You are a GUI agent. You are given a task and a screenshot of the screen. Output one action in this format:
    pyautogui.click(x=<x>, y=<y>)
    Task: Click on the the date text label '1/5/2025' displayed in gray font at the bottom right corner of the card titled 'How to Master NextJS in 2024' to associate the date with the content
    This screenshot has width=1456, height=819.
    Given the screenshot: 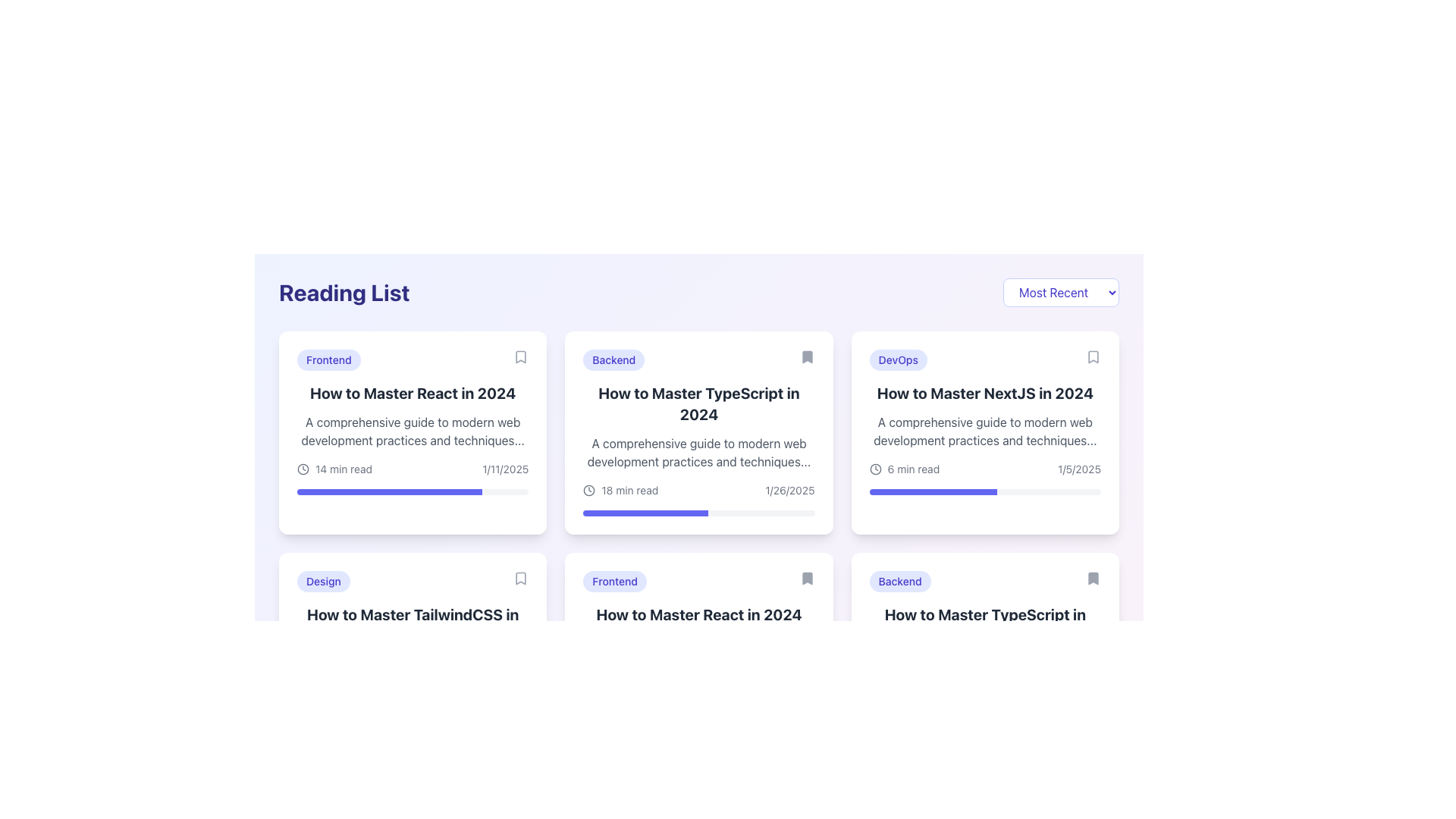 What is the action you would take?
    pyautogui.click(x=1078, y=468)
    